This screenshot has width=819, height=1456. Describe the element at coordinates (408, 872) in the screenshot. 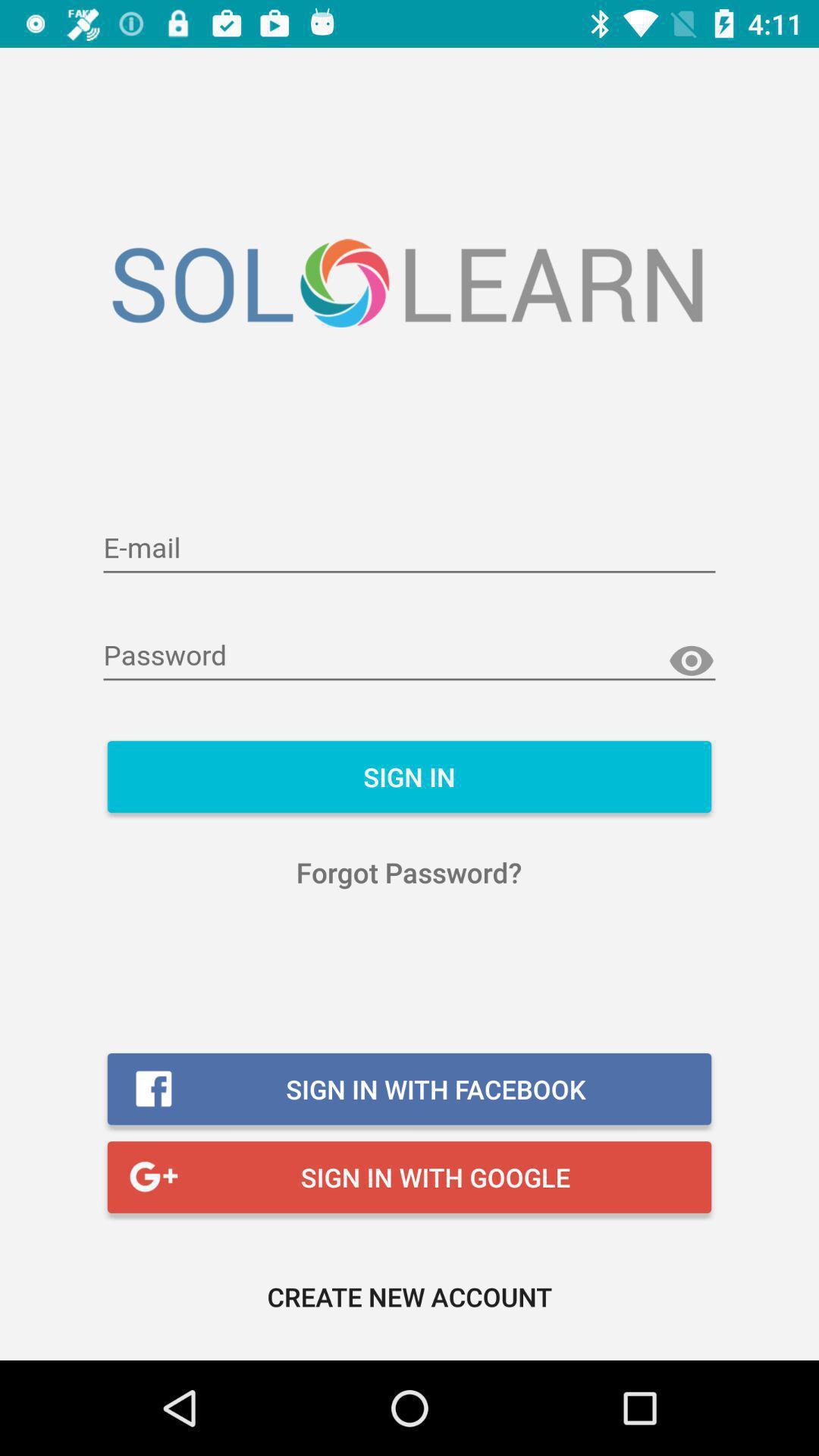

I see `item below sign in icon` at that location.